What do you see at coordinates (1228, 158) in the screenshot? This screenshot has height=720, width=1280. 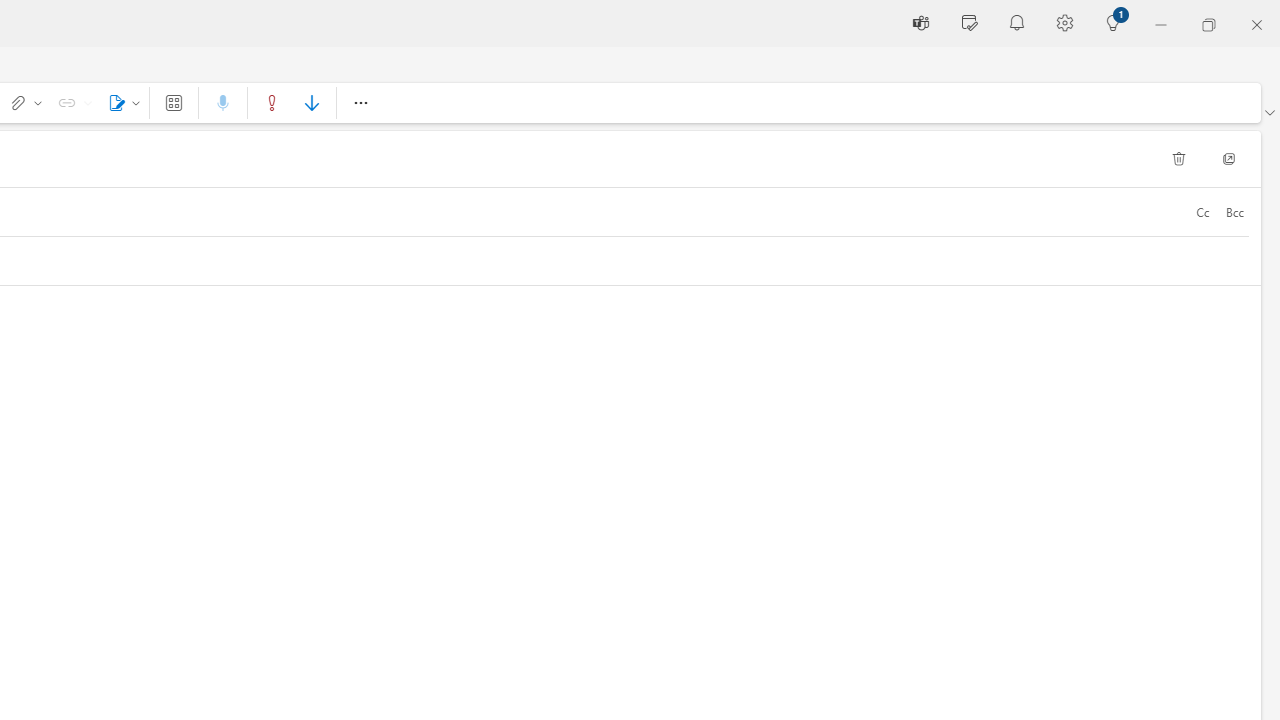 I see `'Pop Out'` at bounding box center [1228, 158].